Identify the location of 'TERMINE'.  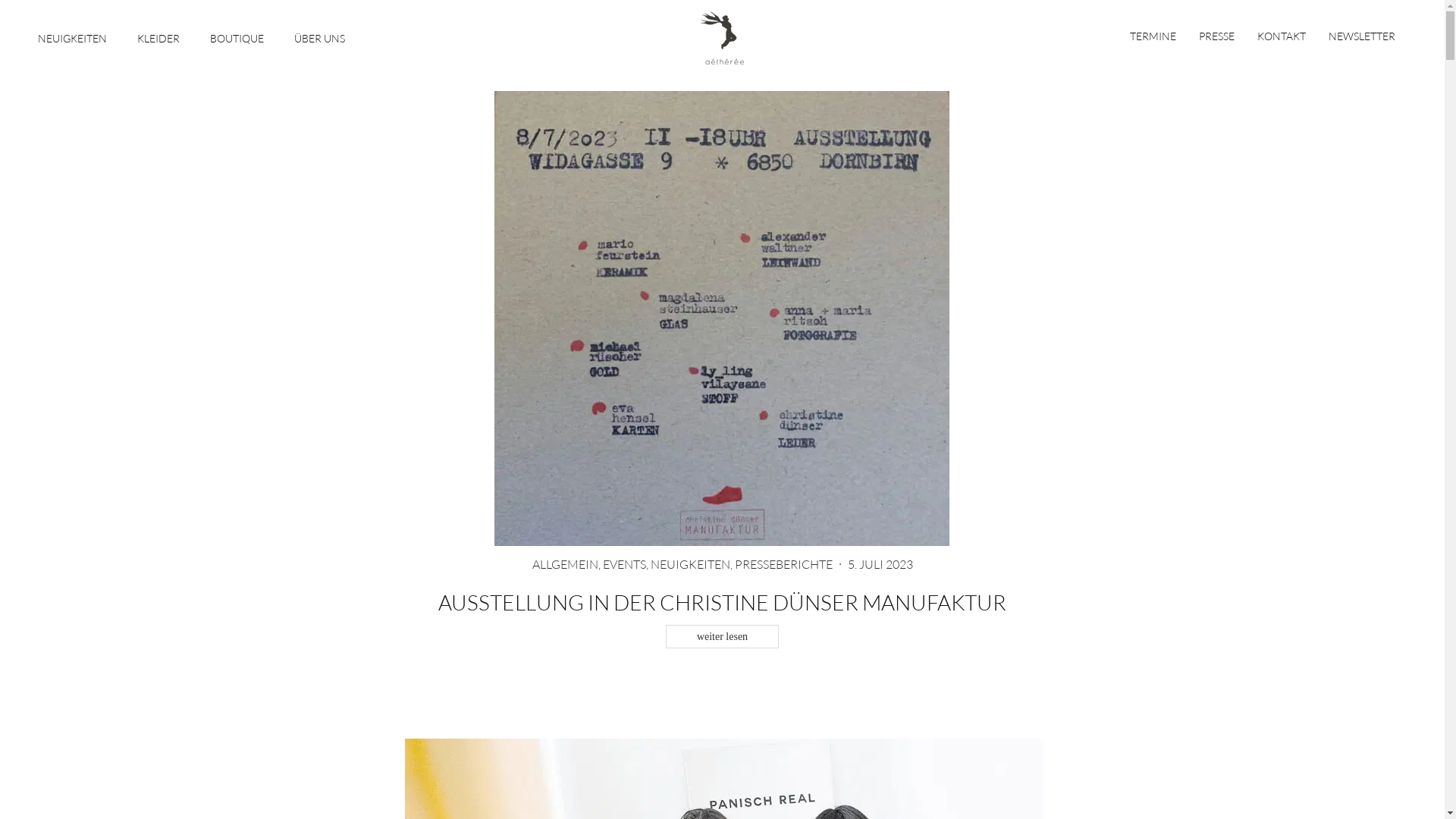
(1157, 35).